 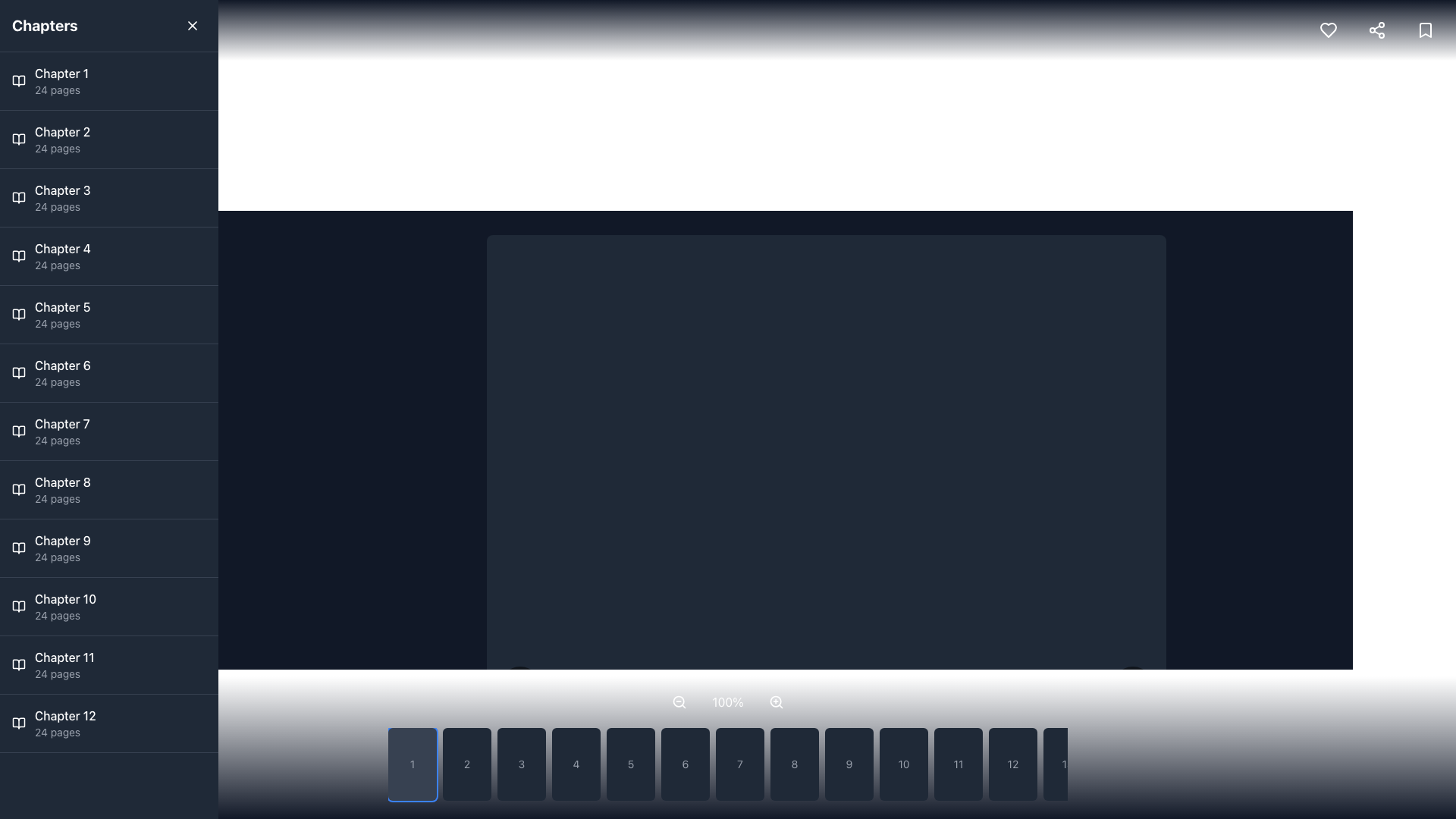 I want to click on the open book icon located in the sidebar, adjacent to the 'Chapter 3 24 pages' text label, so click(x=18, y=197).